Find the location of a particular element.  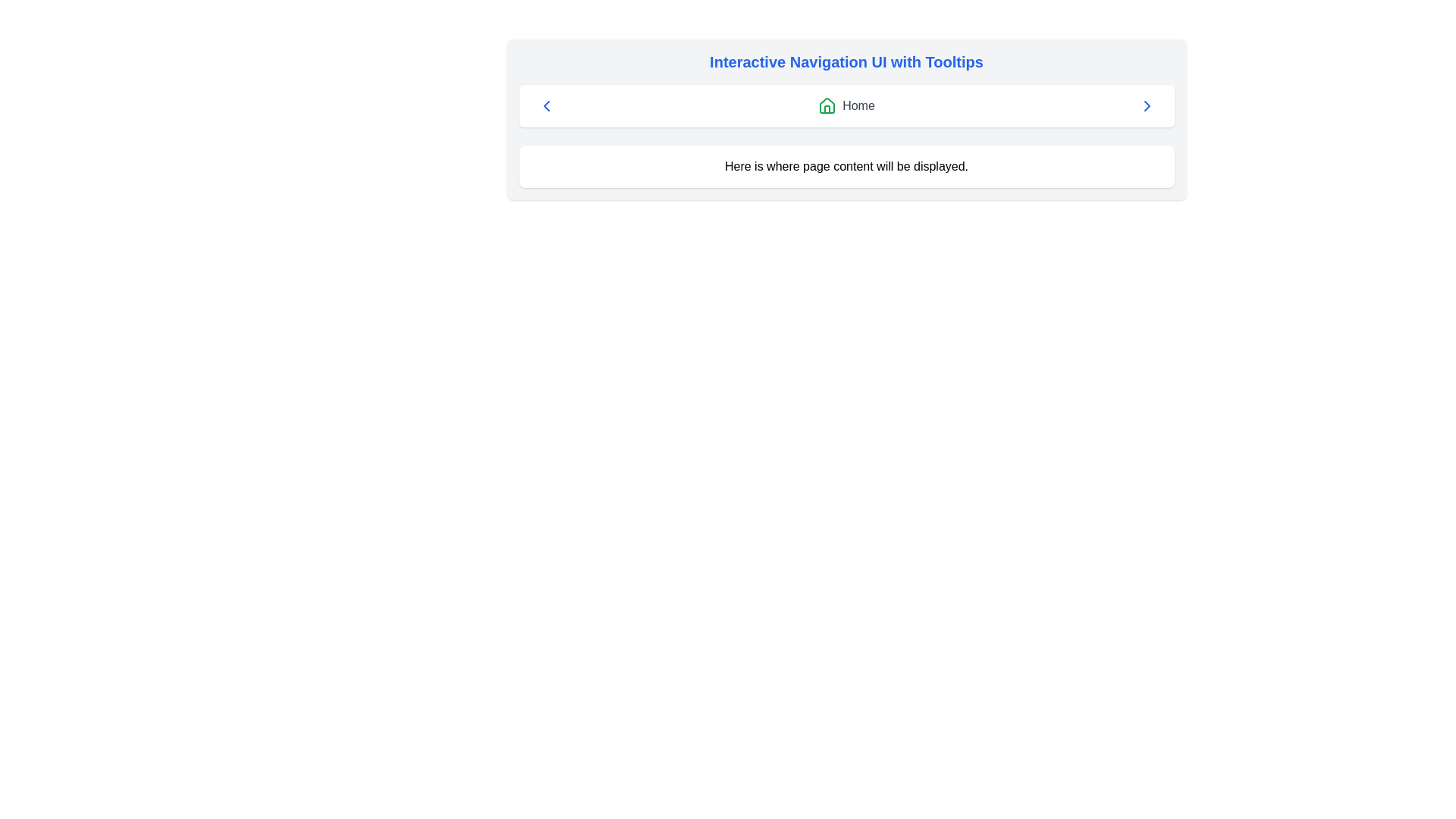

the 'Next' button located in the top-right corner of the navigation bar for keyboard navigation is located at coordinates (1147, 105).